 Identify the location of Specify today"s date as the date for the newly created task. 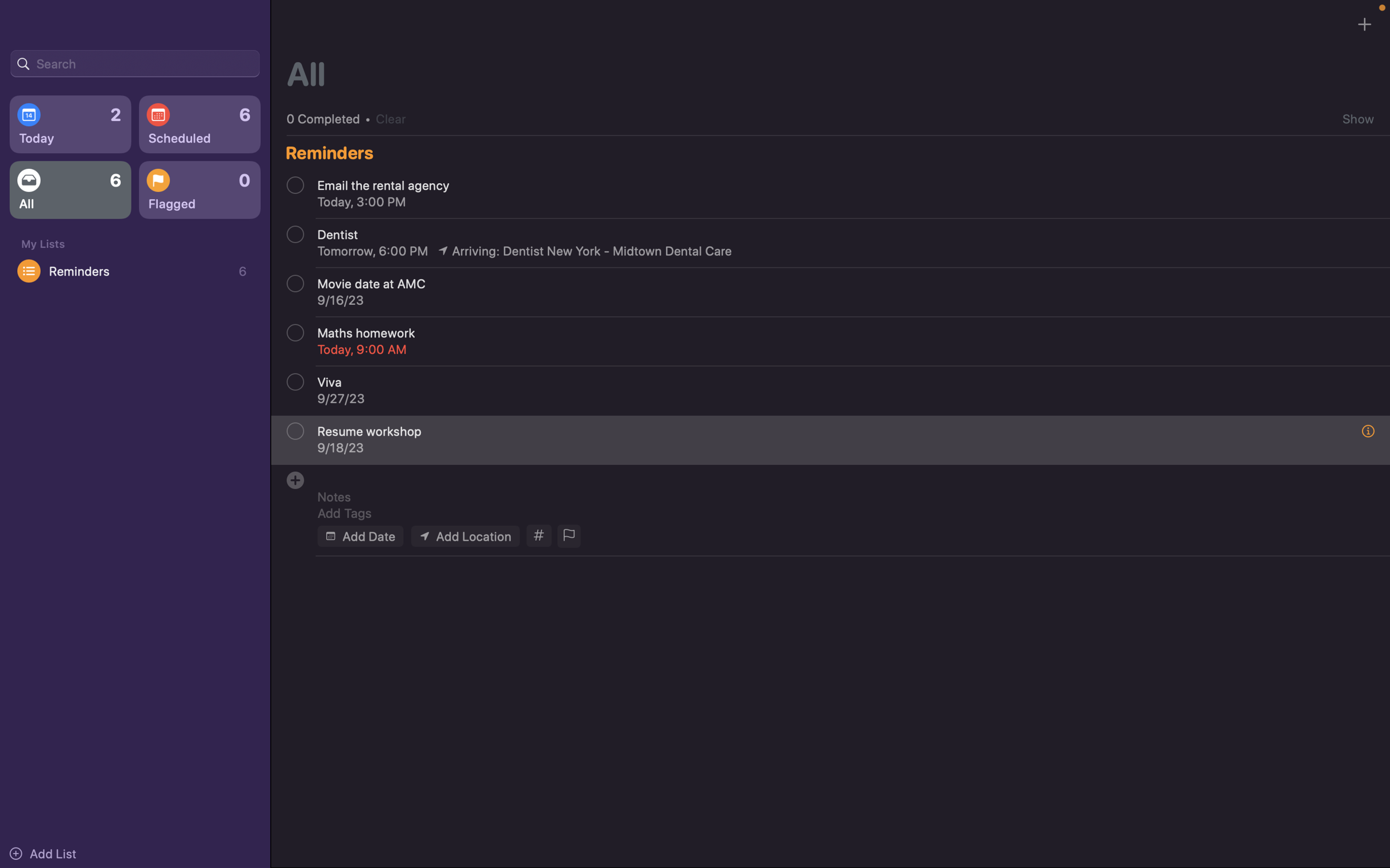
(359, 535).